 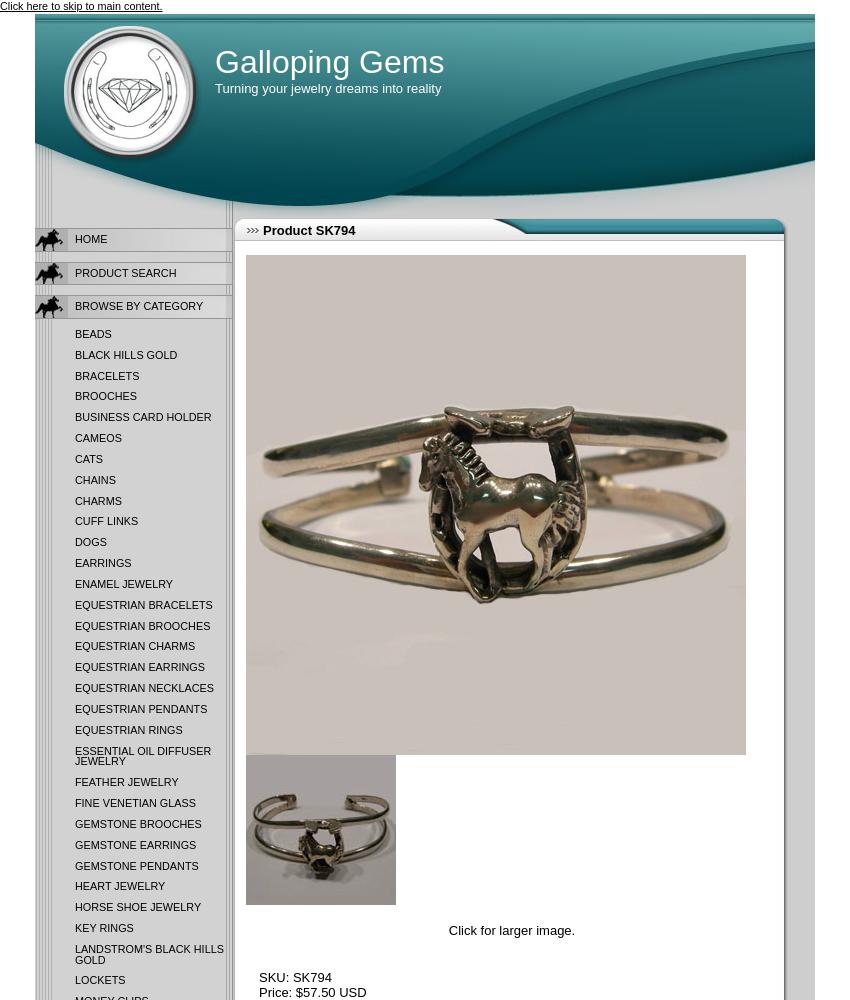 What do you see at coordinates (329, 62) in the screenshot?
I see `'Galloping Gems'` at bounding box center [329, 62].